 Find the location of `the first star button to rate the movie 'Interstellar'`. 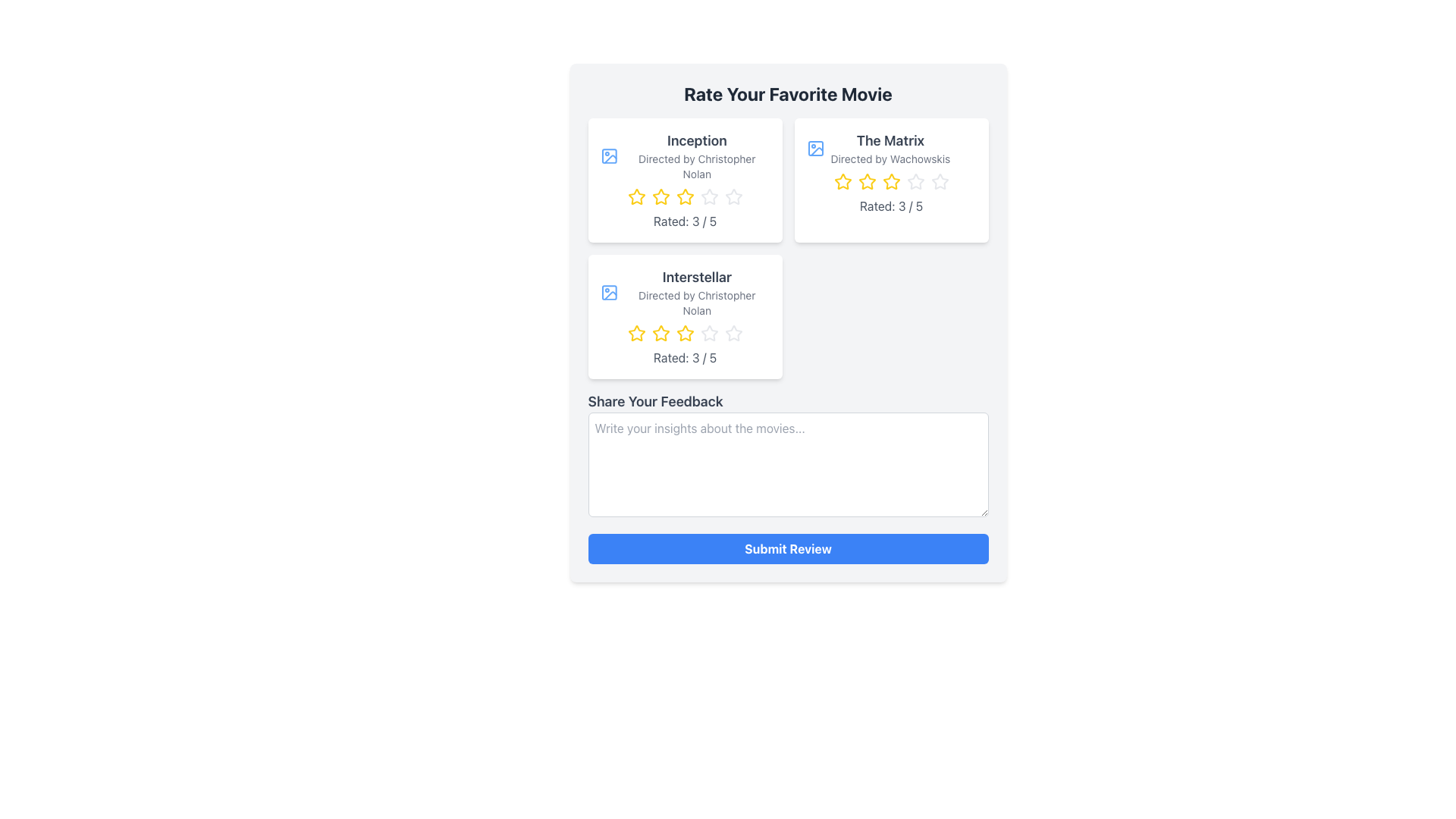

the first star button to rate the movie 'Interstellar' is located at coordinates (636, 332).